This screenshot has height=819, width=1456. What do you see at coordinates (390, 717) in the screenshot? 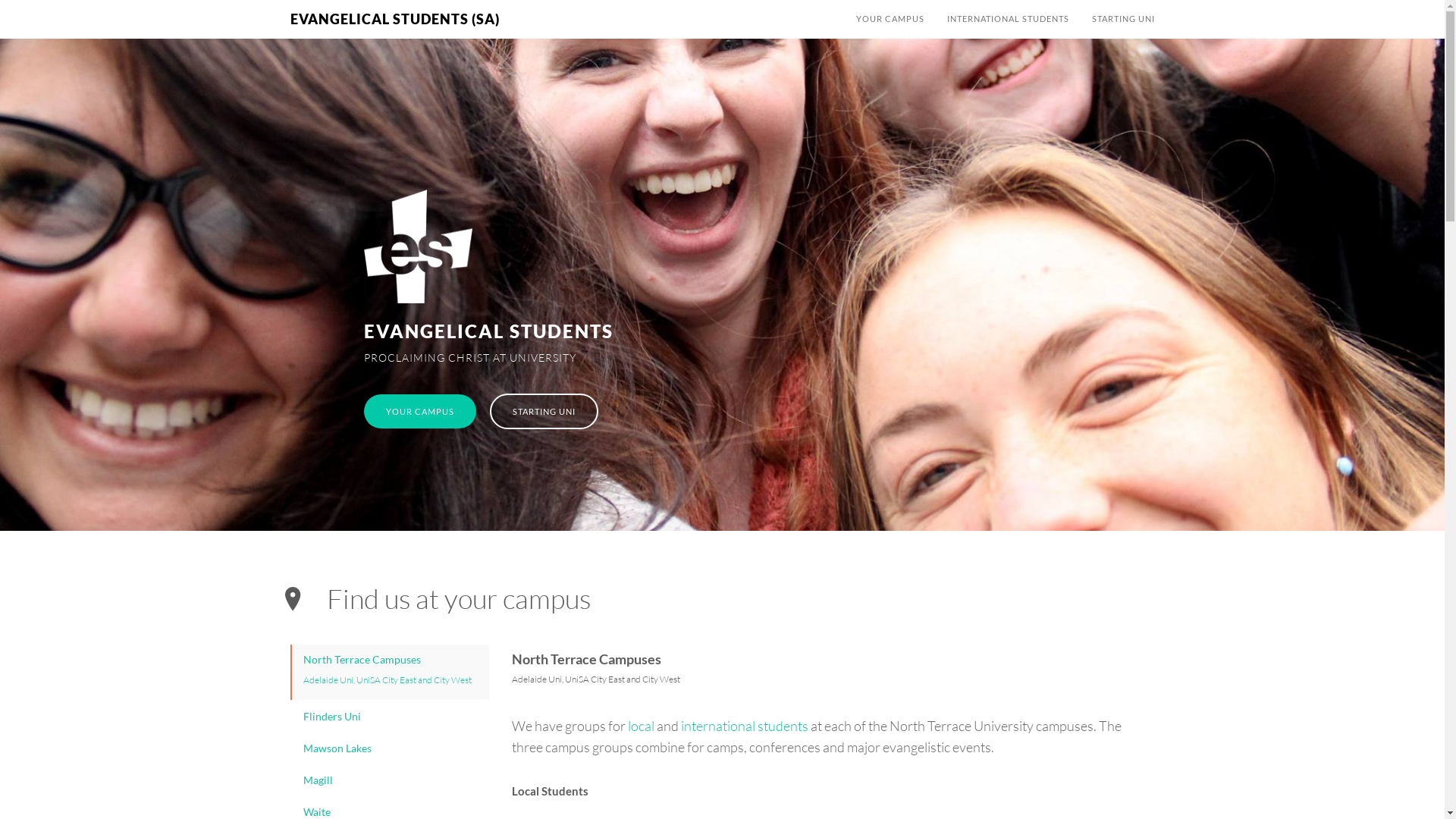
I see `'Flinders Uni'` at bounding box center [390, 717].